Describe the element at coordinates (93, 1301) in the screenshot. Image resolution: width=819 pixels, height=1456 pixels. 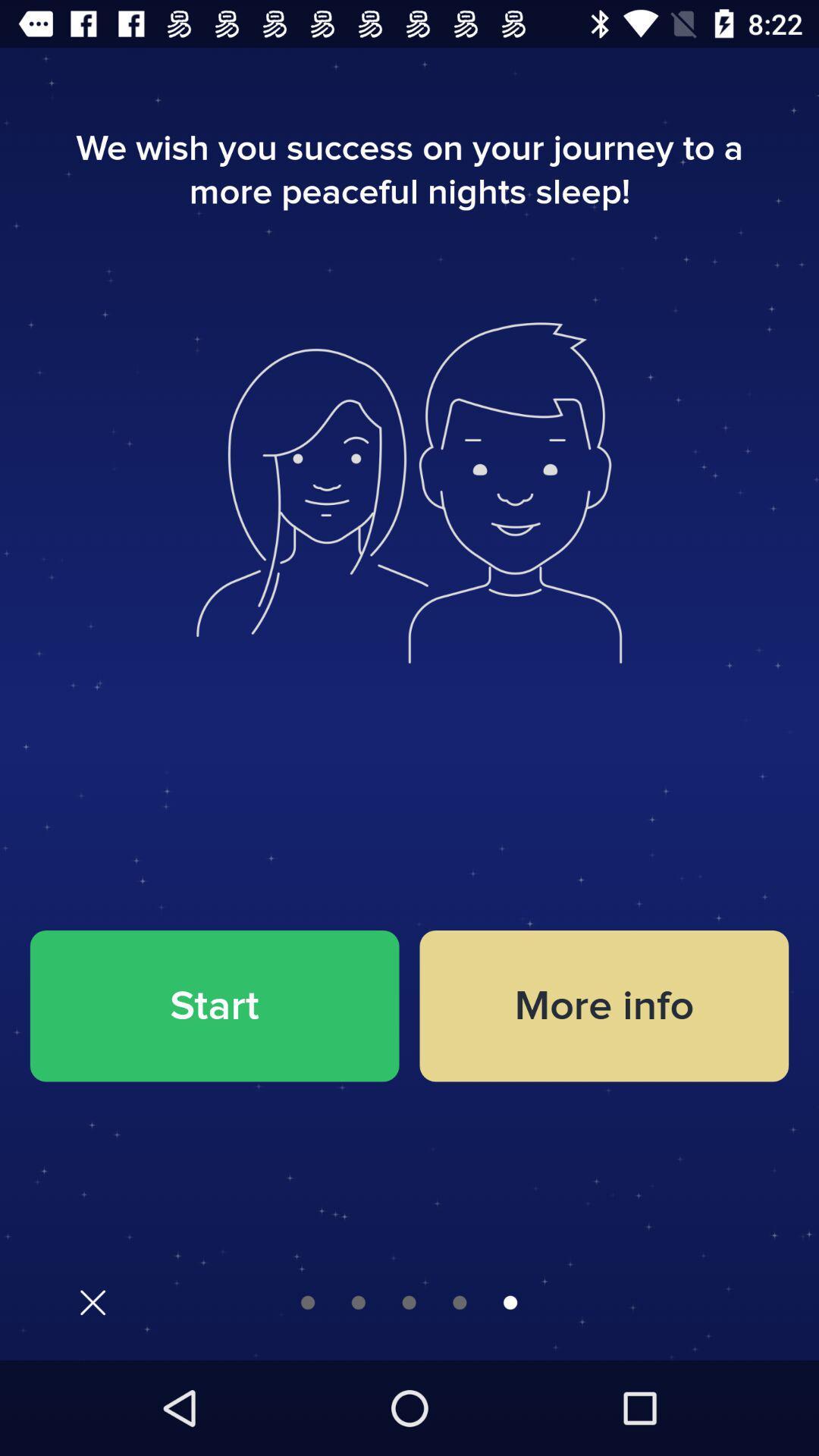
I see `exit button` at that location.